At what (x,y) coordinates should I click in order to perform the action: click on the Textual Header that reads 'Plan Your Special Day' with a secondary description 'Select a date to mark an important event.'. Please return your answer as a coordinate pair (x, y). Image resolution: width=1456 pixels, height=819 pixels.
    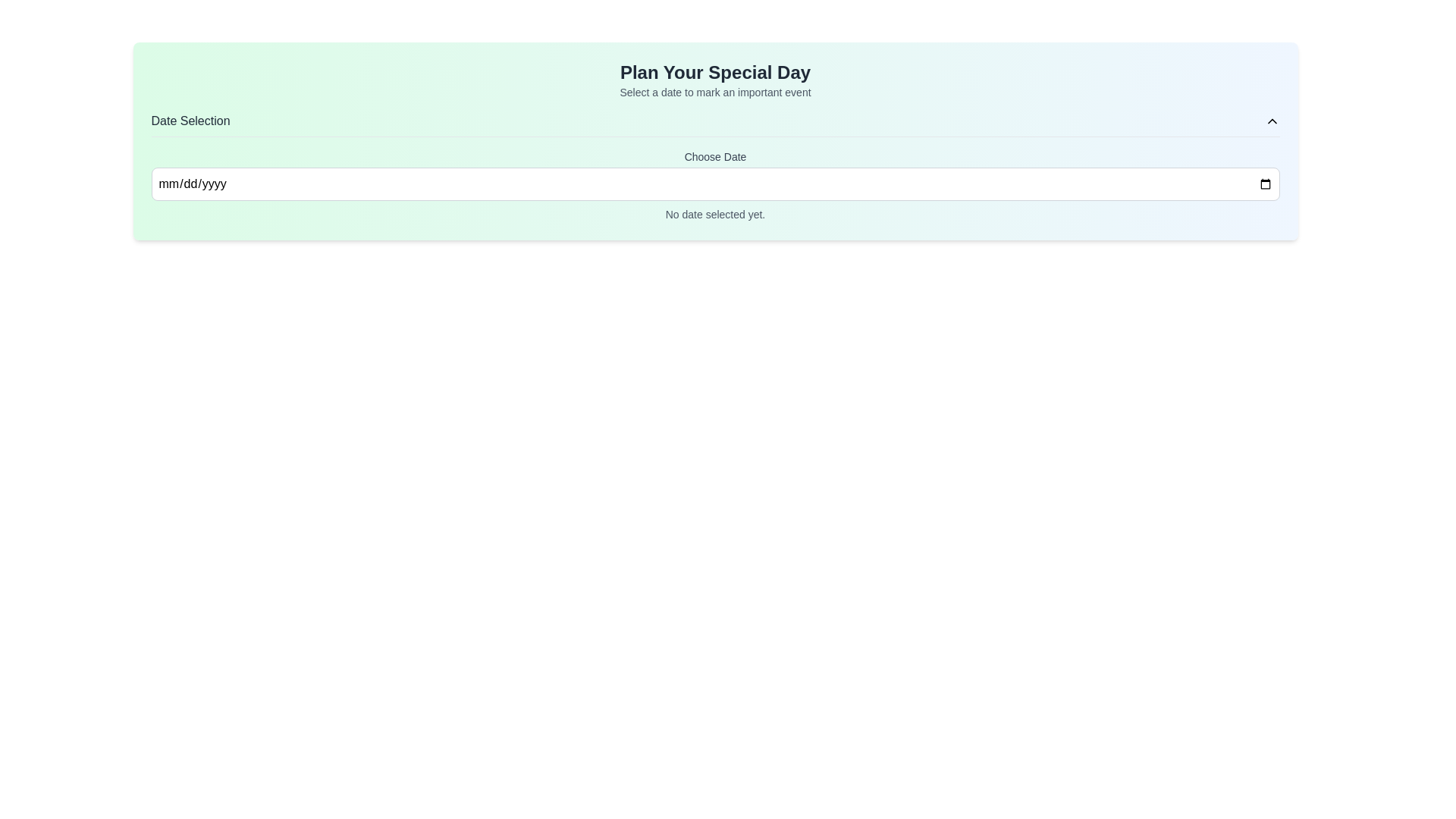
    Looking at the image, I should click on (714, 80).